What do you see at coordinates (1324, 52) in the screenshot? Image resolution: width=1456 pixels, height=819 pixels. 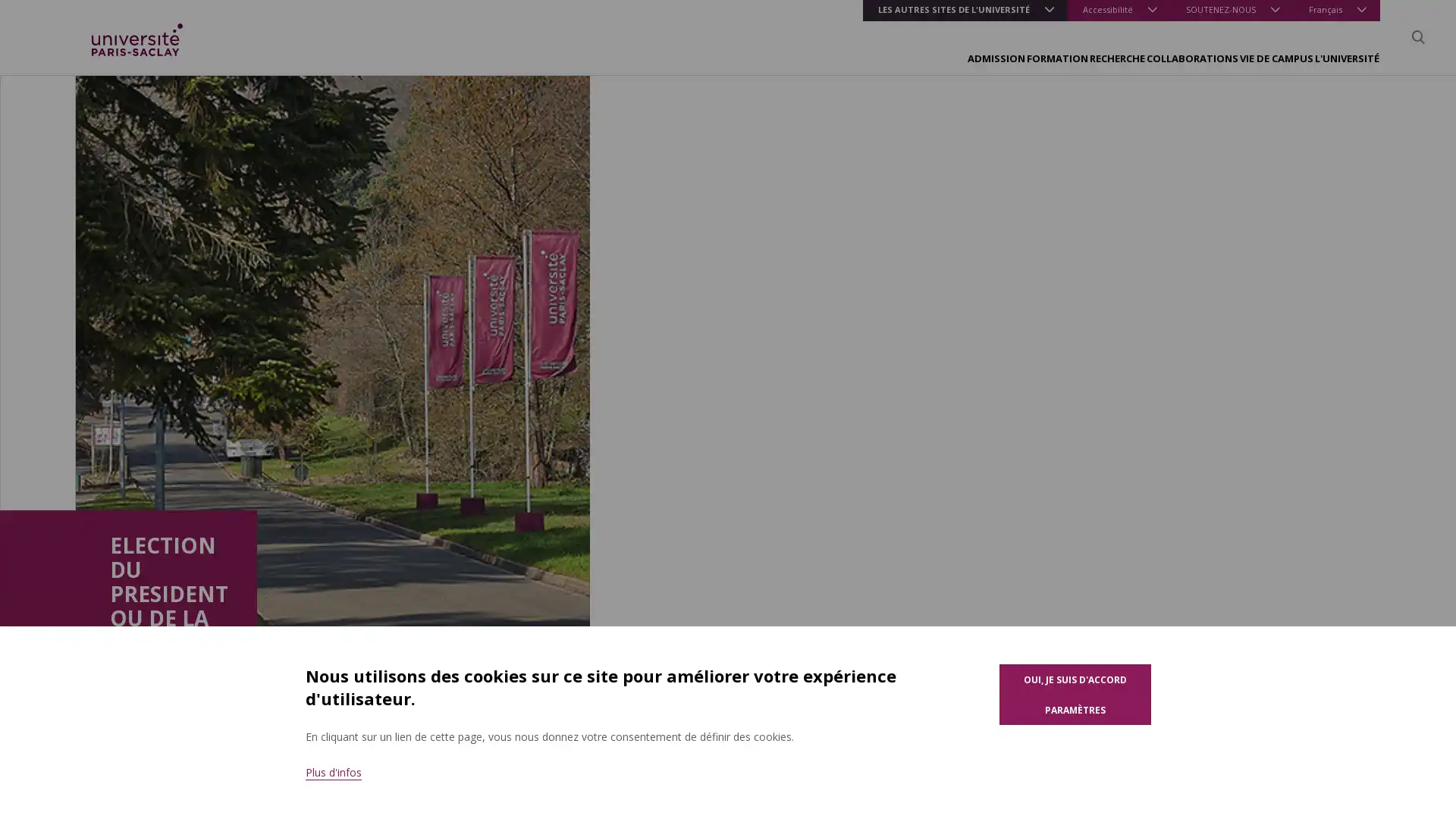 I see `L'UNIVERSITE` at bounding box center [1324, 52].